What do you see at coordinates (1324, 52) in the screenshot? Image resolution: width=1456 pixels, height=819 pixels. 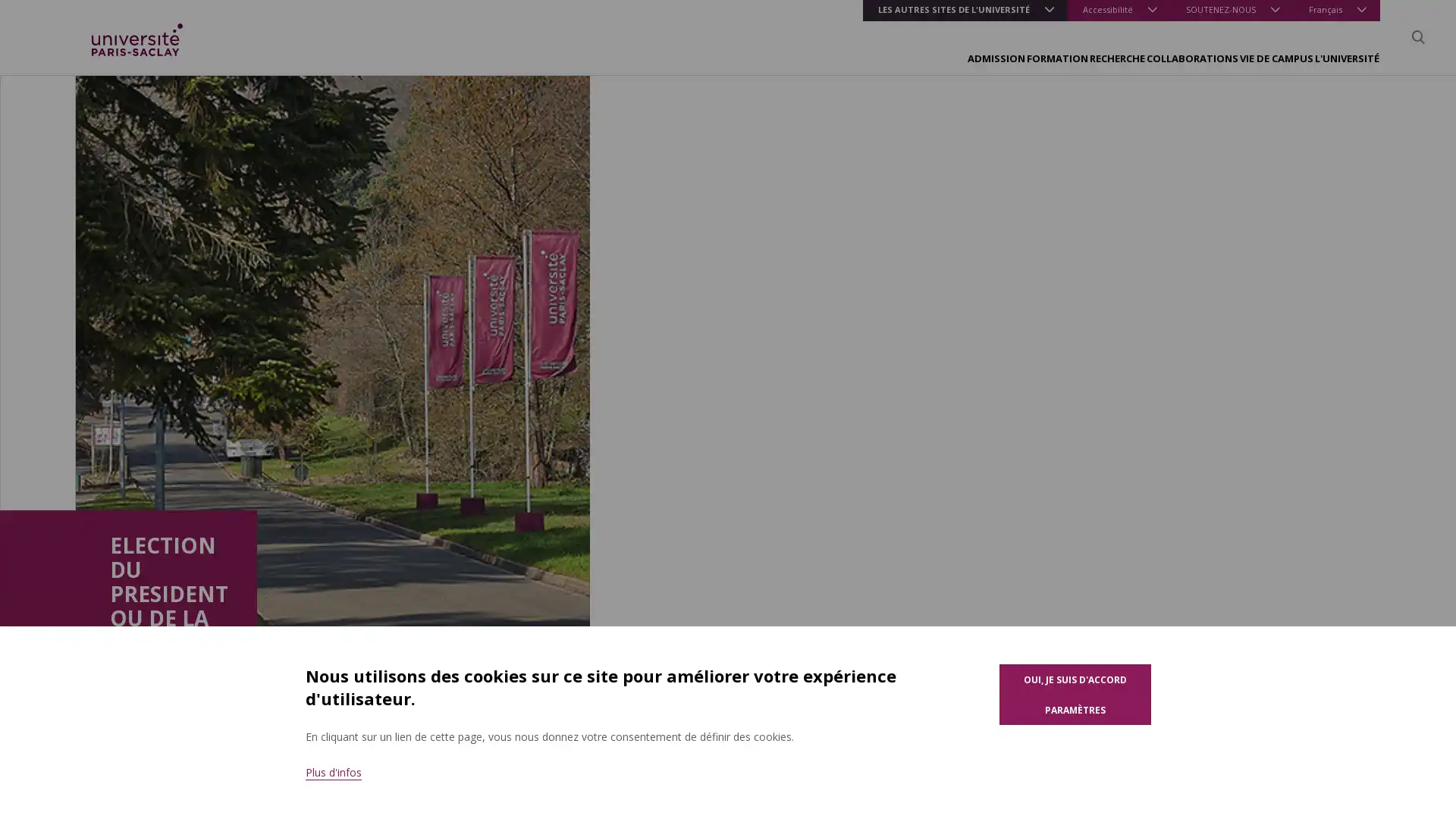 I see `L'UNIVERSITE` at bounding box center [1324, 52].